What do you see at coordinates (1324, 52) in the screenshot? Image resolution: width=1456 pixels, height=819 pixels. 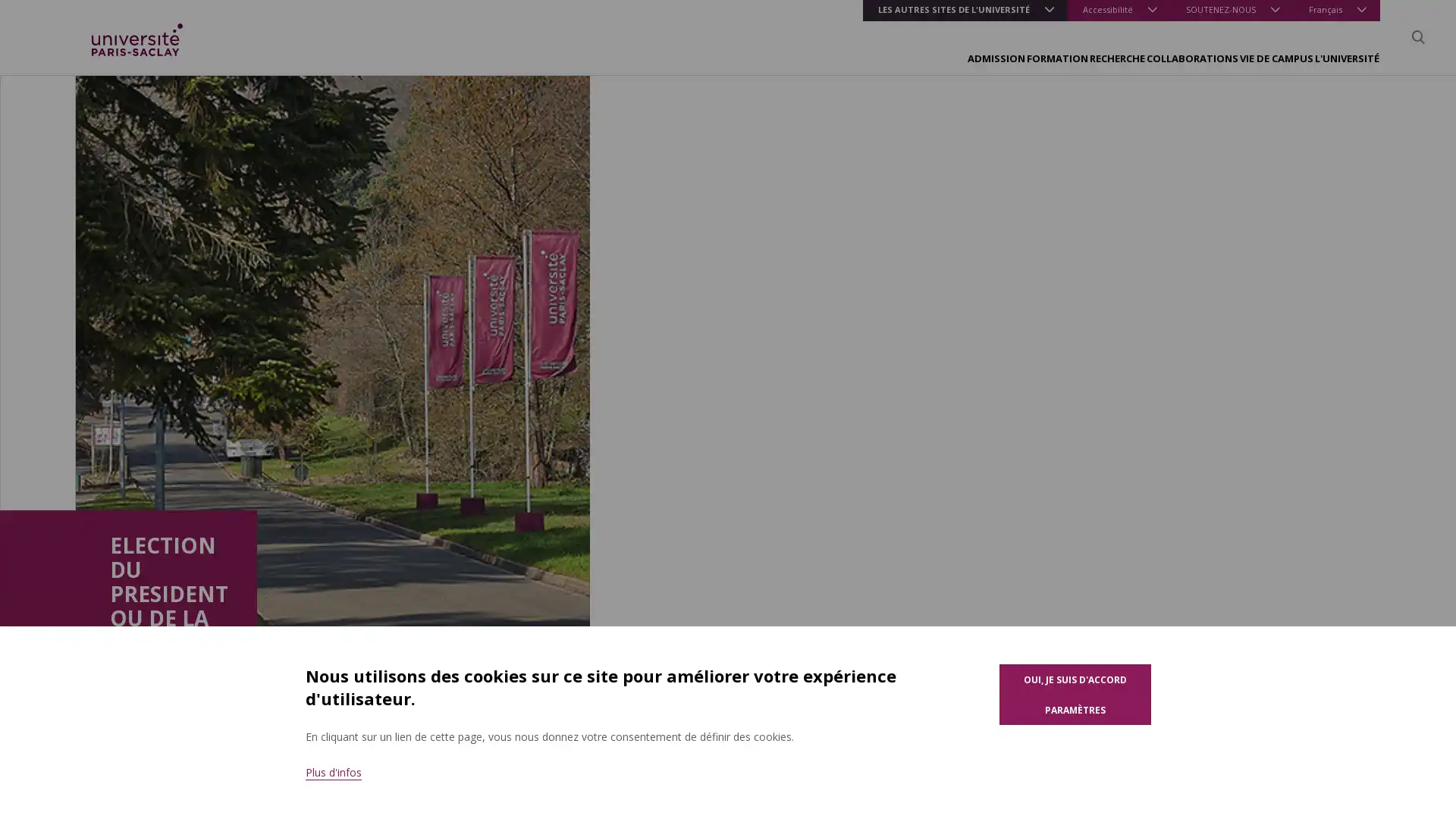 I see `L'UNIVERSITE` at bounding box center [1324, 52].